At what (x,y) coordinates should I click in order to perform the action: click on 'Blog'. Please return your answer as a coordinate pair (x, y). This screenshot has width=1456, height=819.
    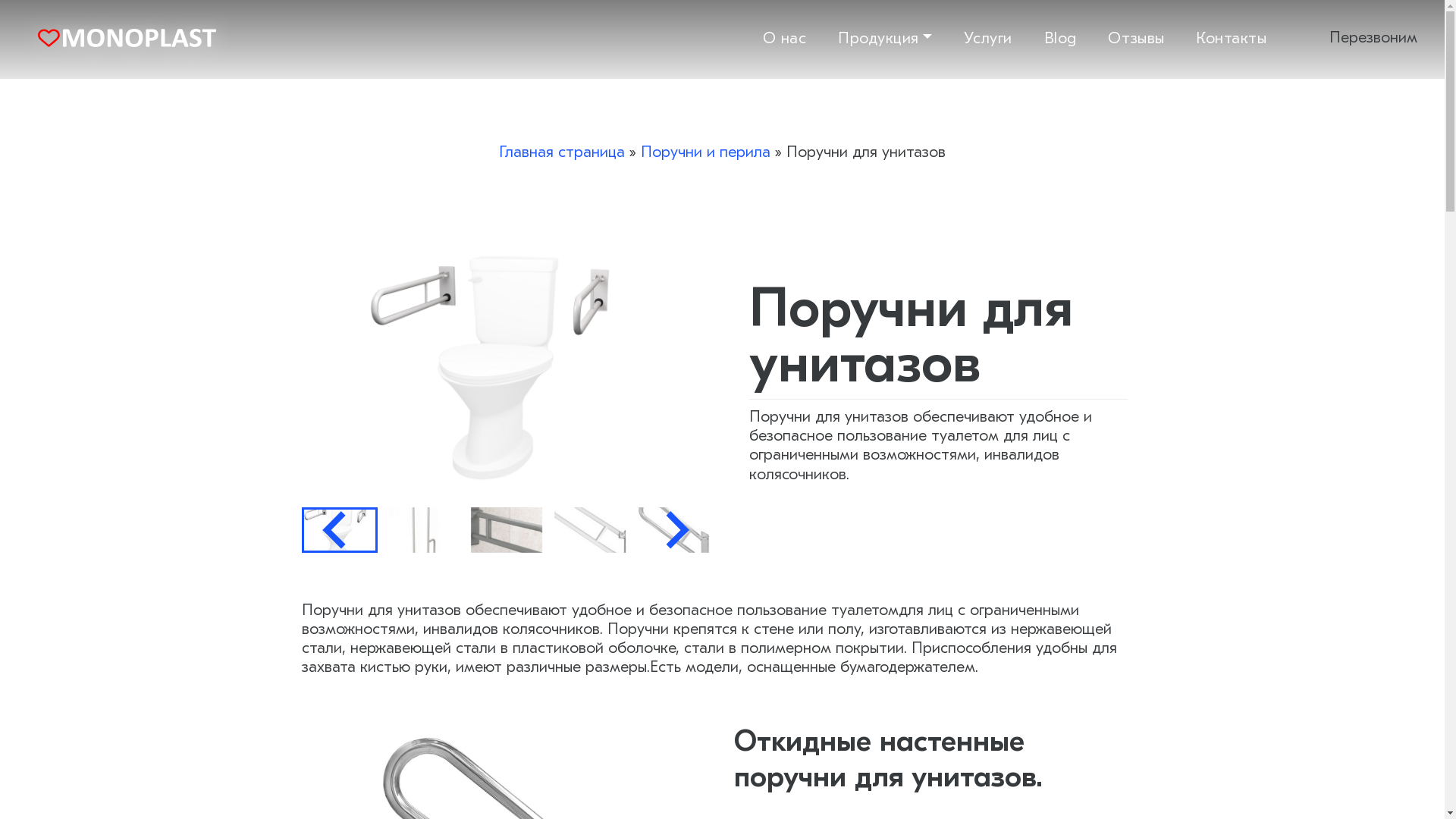
    Looking at the image, I should click on (1043, 36).